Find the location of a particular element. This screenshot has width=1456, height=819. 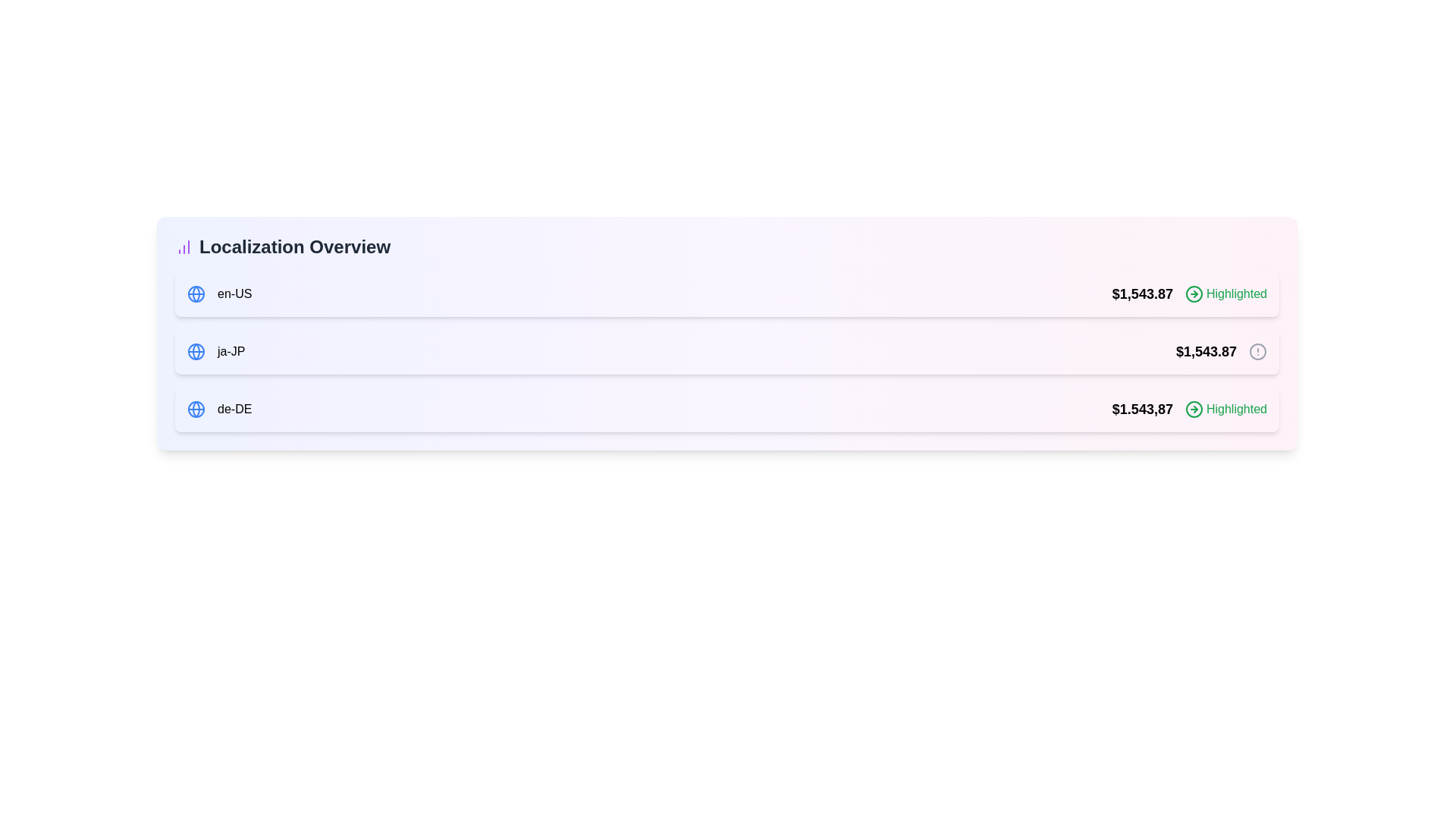

the Text label displaying '$1,543.87' with a green 'Highlighted' label and right arrow icon, located in the third row adjacent to the 'de-DE' label is located at coordinates (1188, 409).